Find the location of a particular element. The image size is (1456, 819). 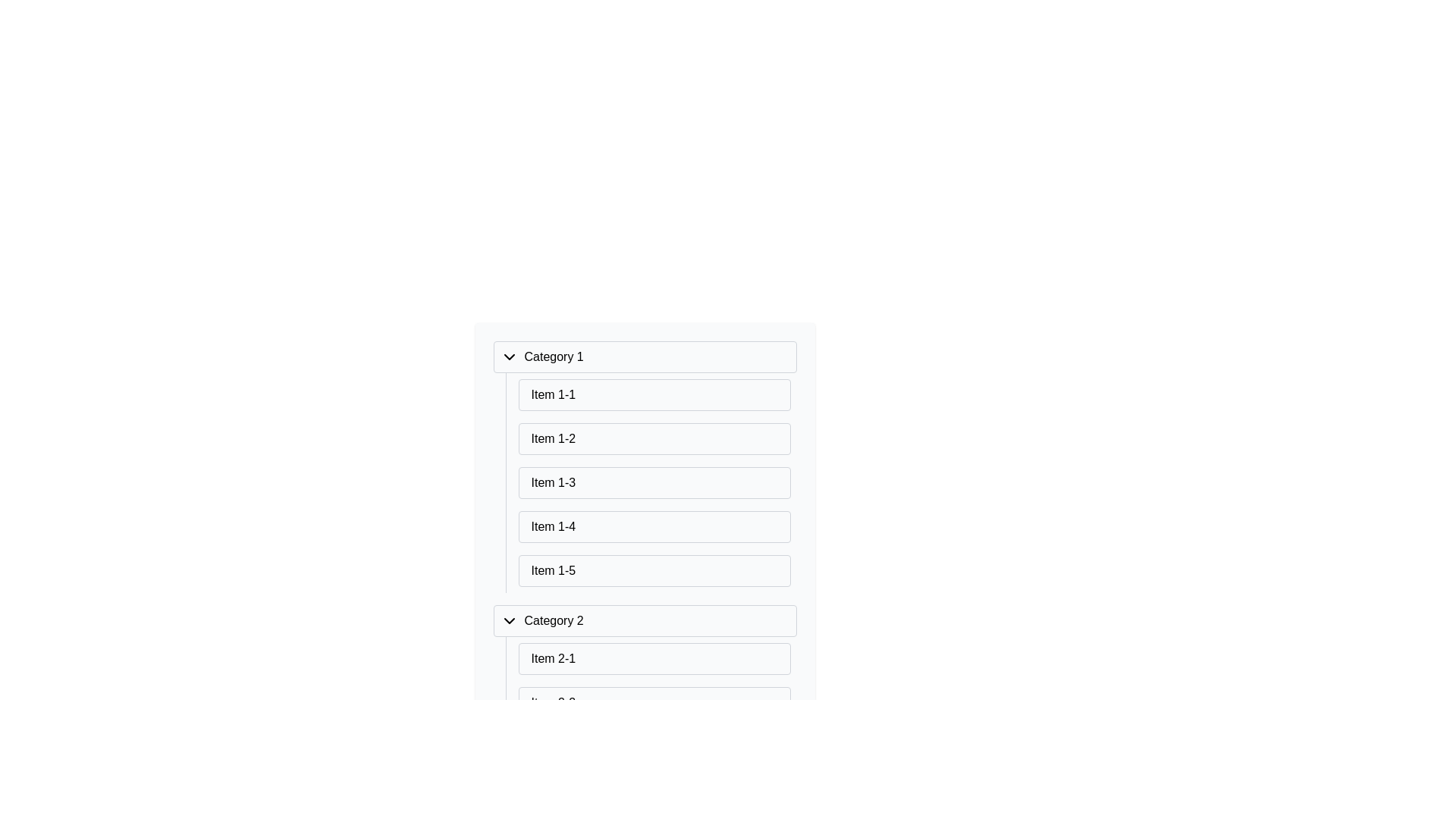

the chevron-down icon is located at coordinates (509, 356).